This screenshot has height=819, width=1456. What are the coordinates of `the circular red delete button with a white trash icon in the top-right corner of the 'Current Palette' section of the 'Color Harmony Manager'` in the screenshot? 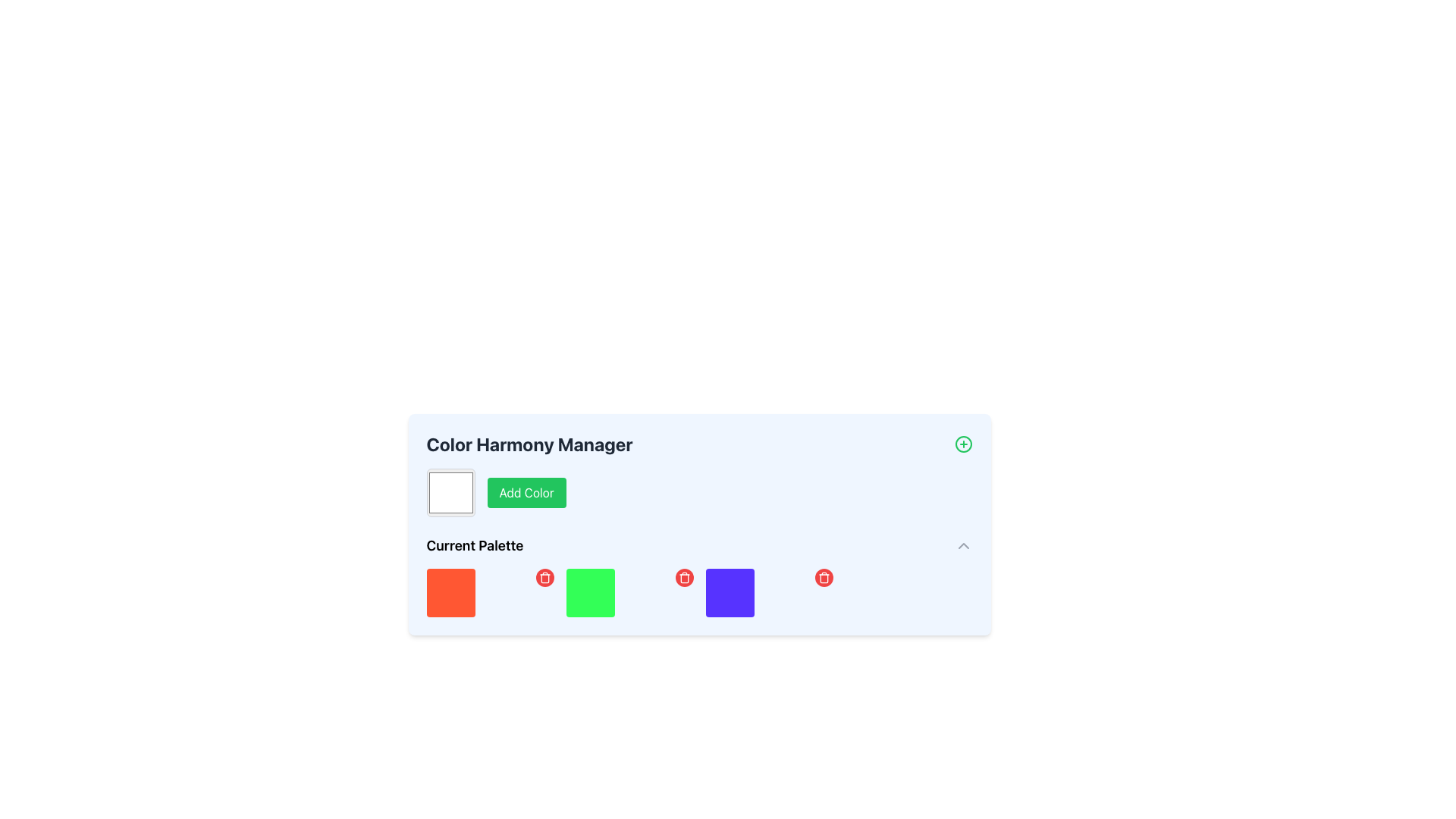 It's located at (544, 578).